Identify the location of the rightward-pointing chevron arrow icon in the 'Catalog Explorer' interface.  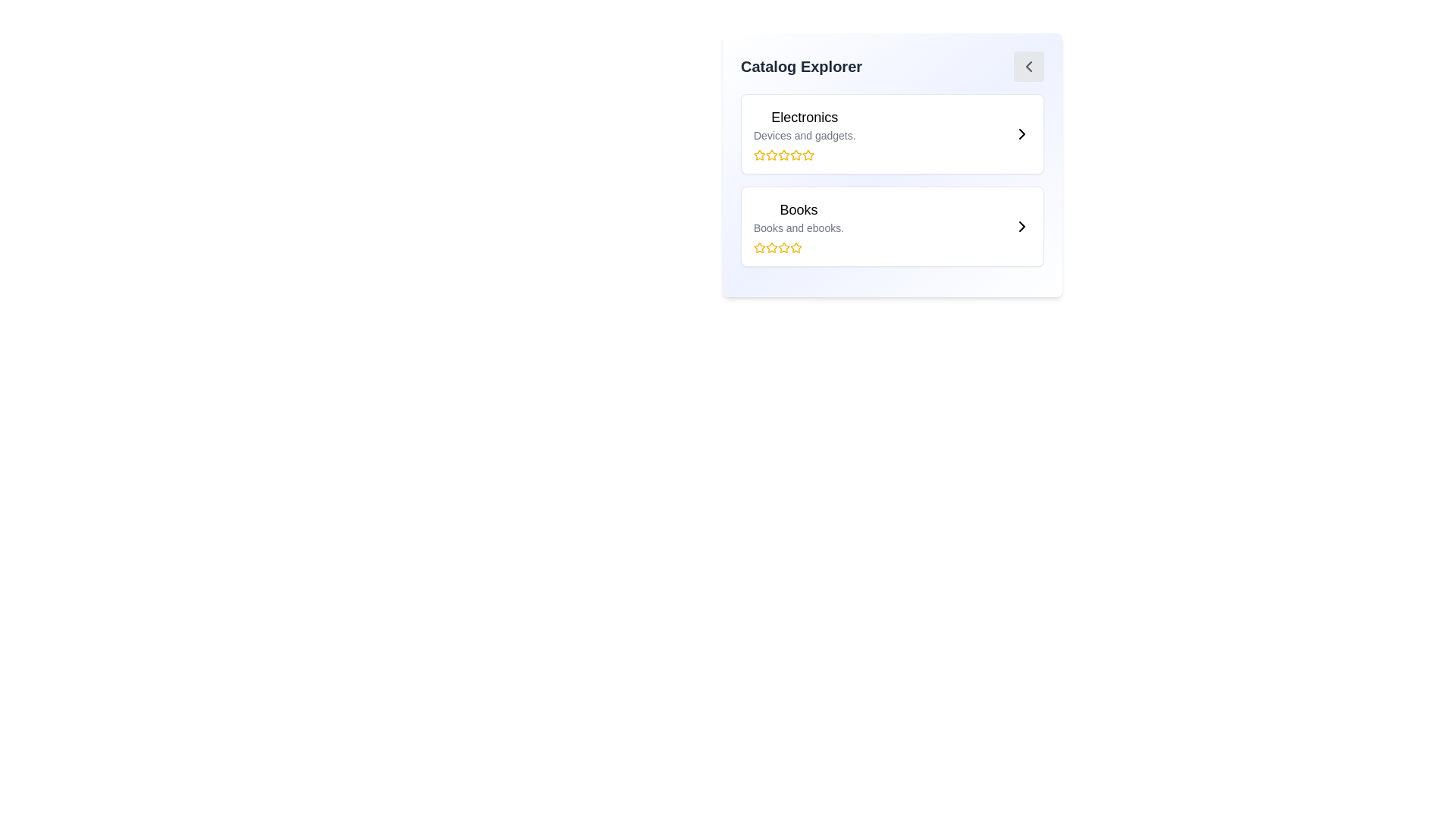
(1022, 227).